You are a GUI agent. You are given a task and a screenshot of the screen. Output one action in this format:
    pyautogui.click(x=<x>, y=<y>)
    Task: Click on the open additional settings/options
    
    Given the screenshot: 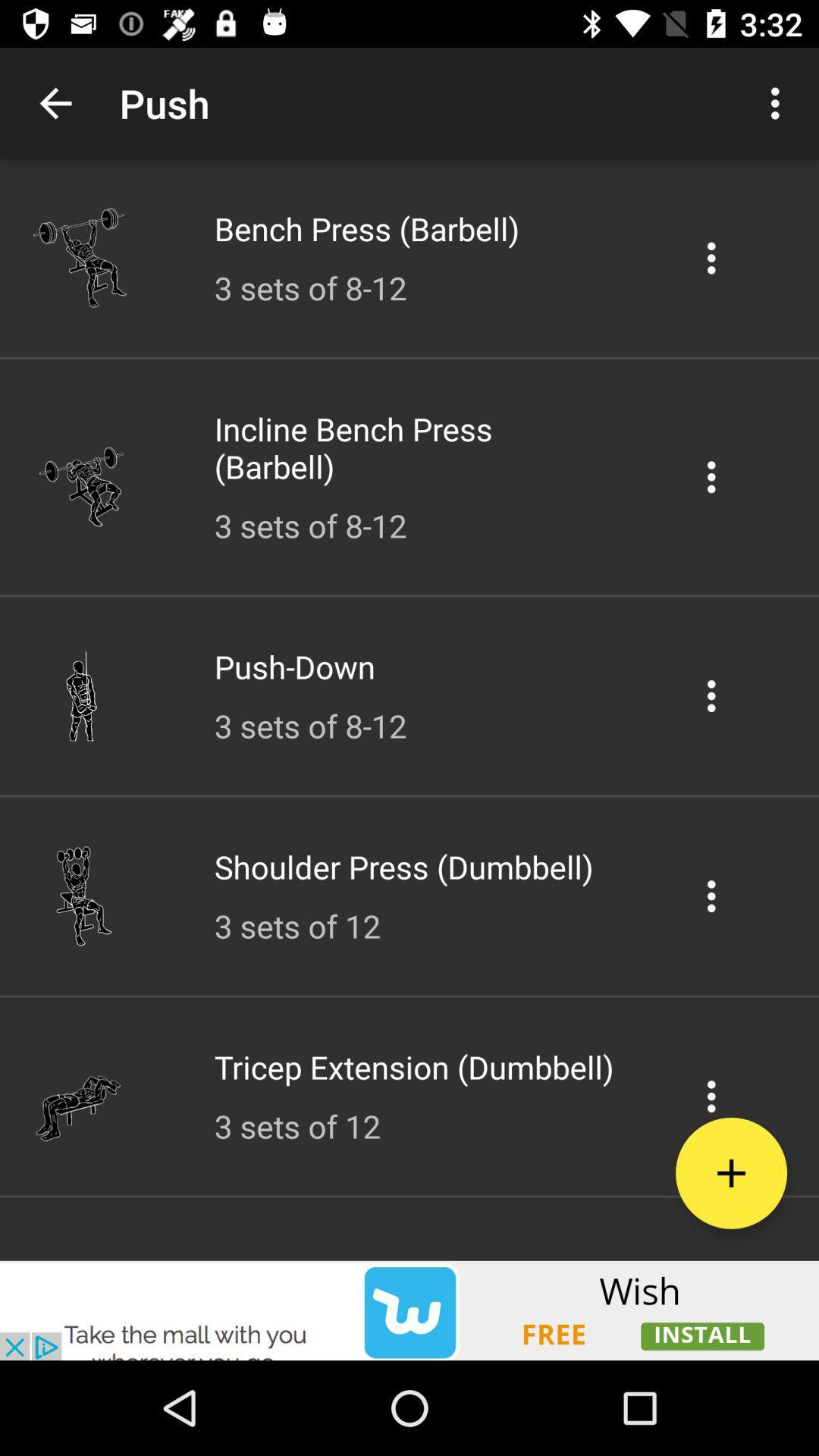 What is the action you would take?
    pyautogui.click(x=711, y=1096)
    